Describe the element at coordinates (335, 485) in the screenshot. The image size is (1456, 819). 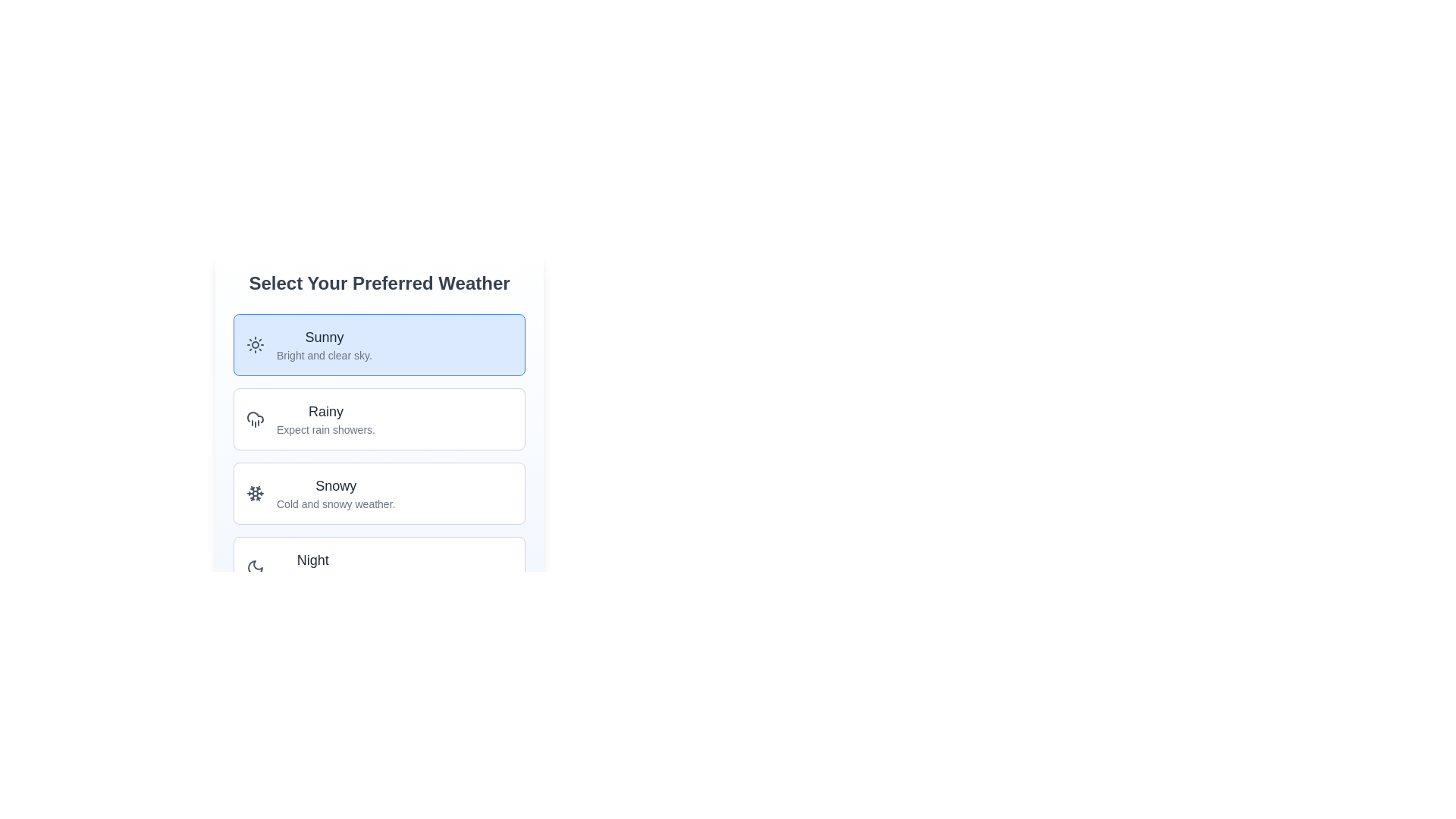
I see `the Text Label displaying 'Snowy', which is part of the weather options row and positioned above the subtitle 'Cold and snowy weather.'` at that location.